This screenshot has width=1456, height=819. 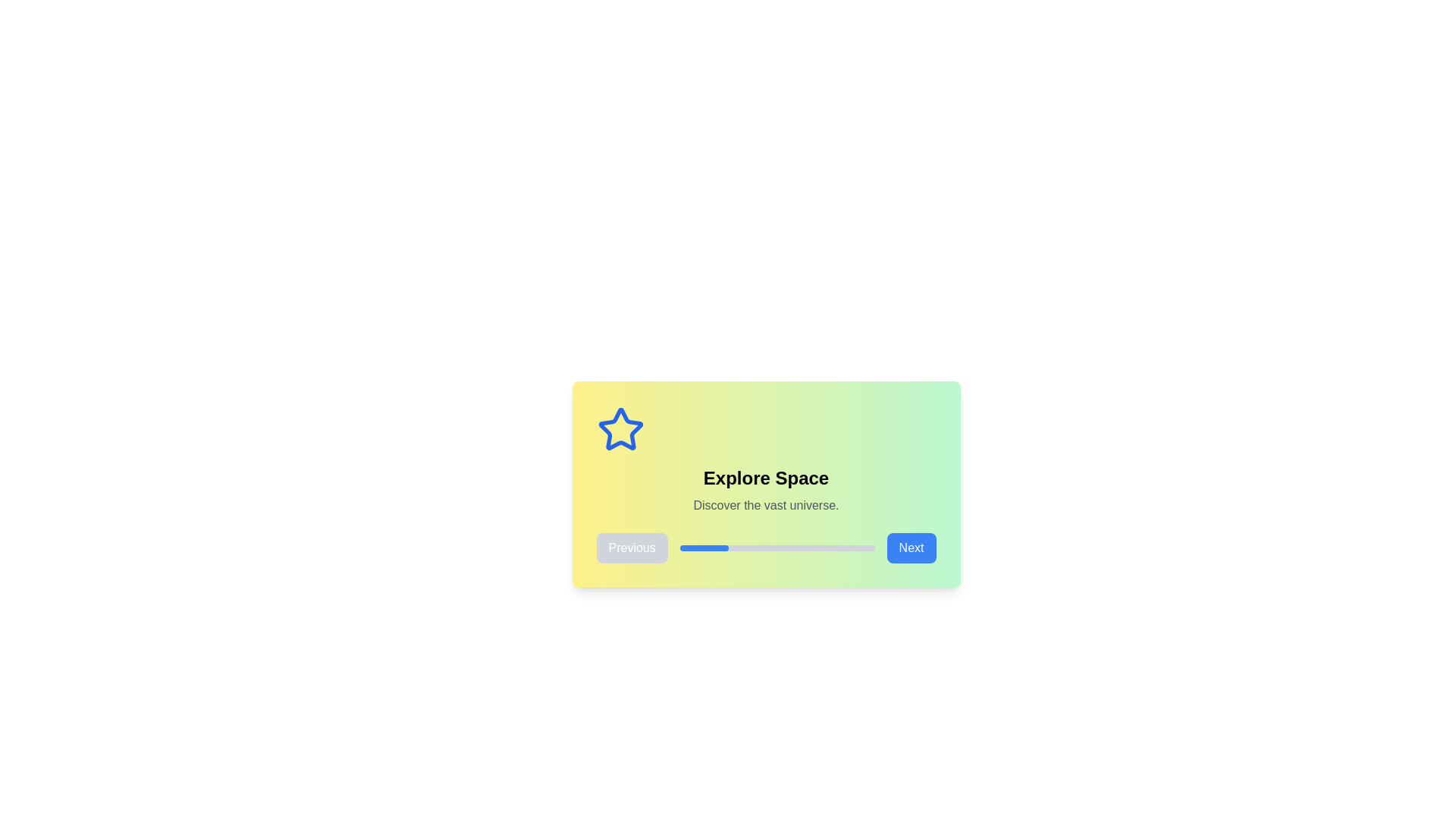 What do you see at coordinates (910, 548) in the screenshot?
I see `the 'Next' button to proceed to the next step` at bounding box center [910, 548].